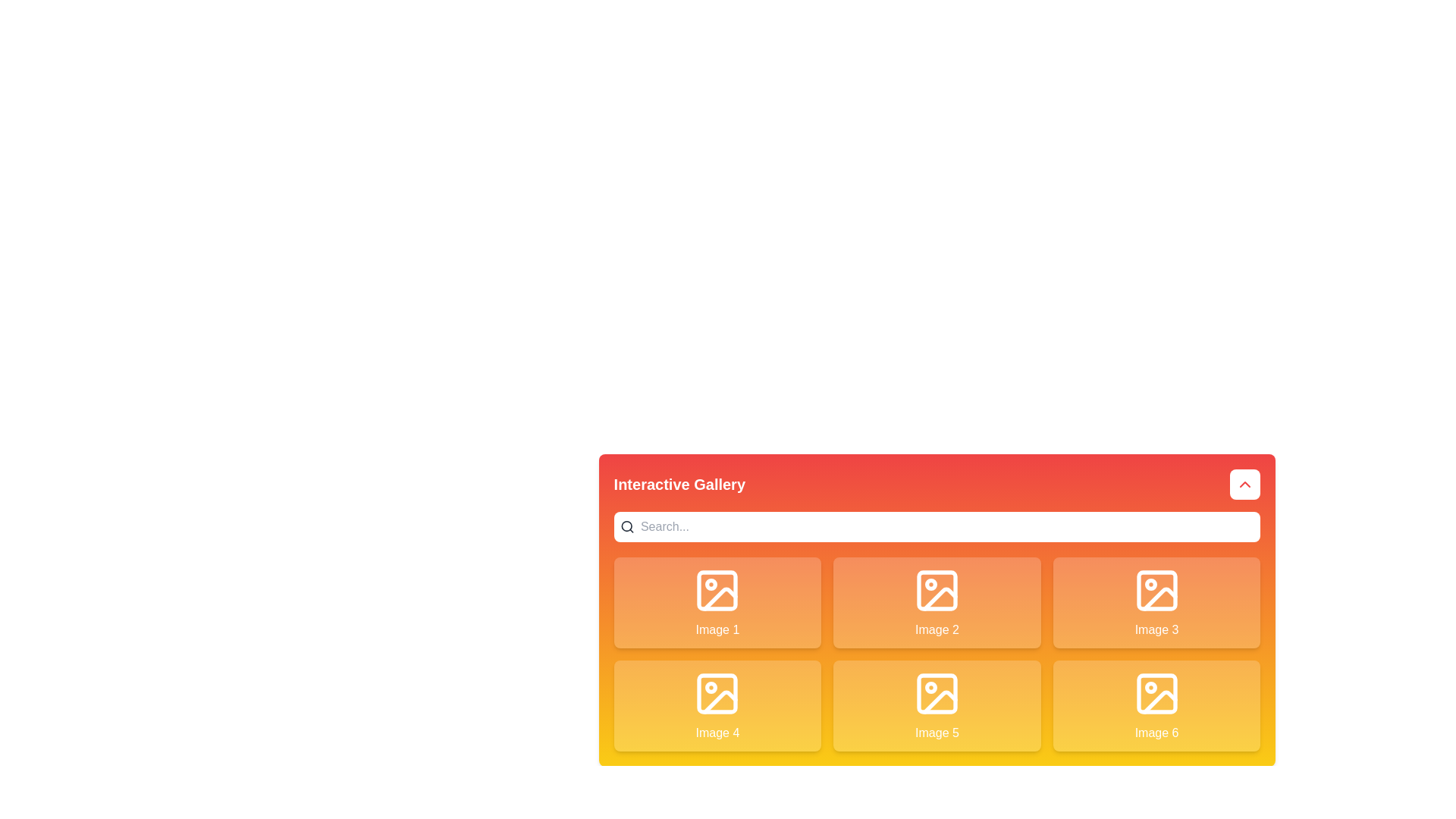 This screenshot has width=1456, height=819. I want to click on the image placeholder icon located in the second slot of the gallery grid under 'Image 2', so click(936, 590).